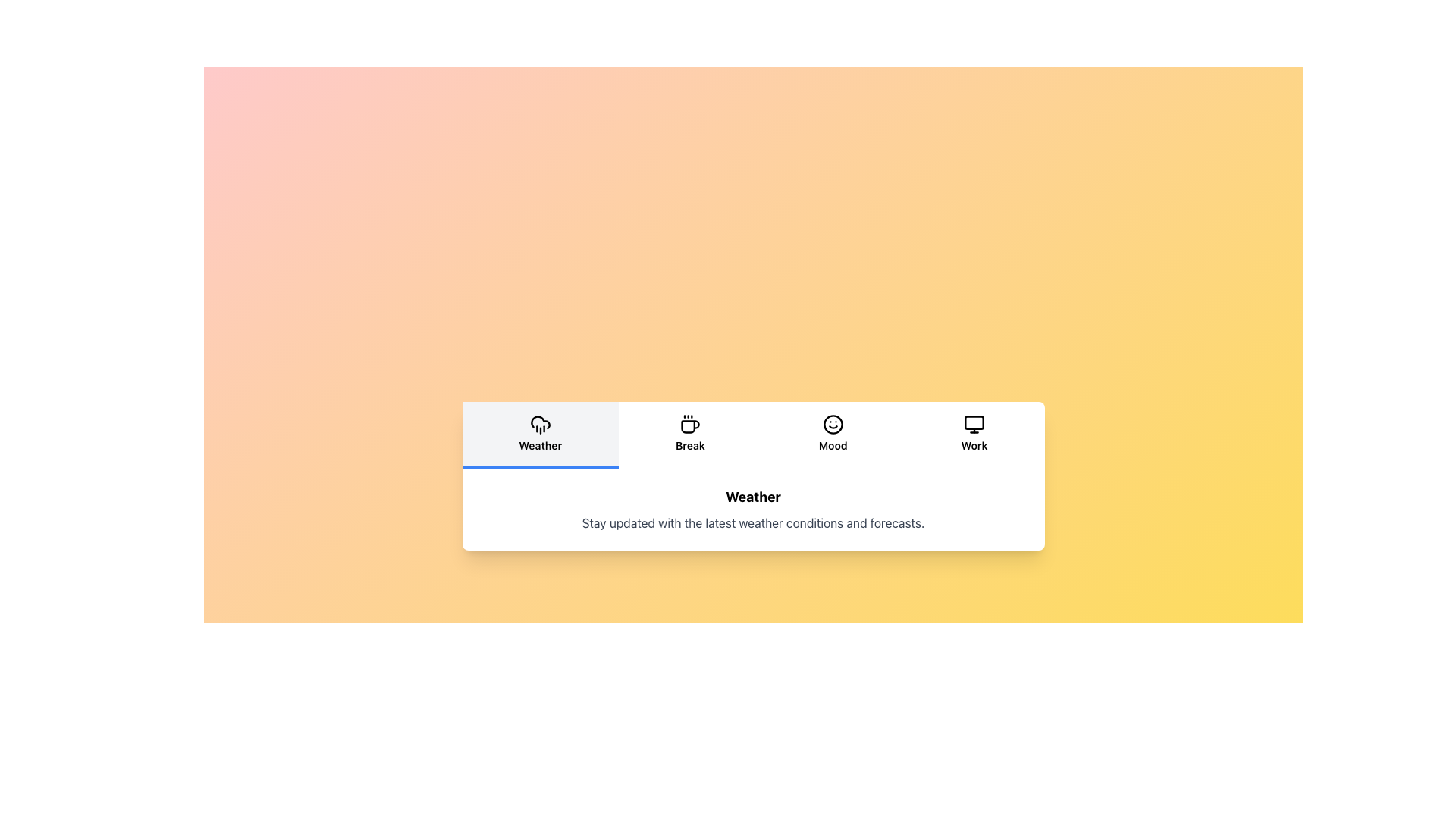 This screenshot has width=1456, height=819. What do you see at coordinates (540, 433) in the screenshot?
I see `the 'Weather' menu item, which is a button-like element featuring a cloud icon with rain lines and the text 'Weather' below it, located as the first item in a horizontal menu` at bounding box center [540, 433].